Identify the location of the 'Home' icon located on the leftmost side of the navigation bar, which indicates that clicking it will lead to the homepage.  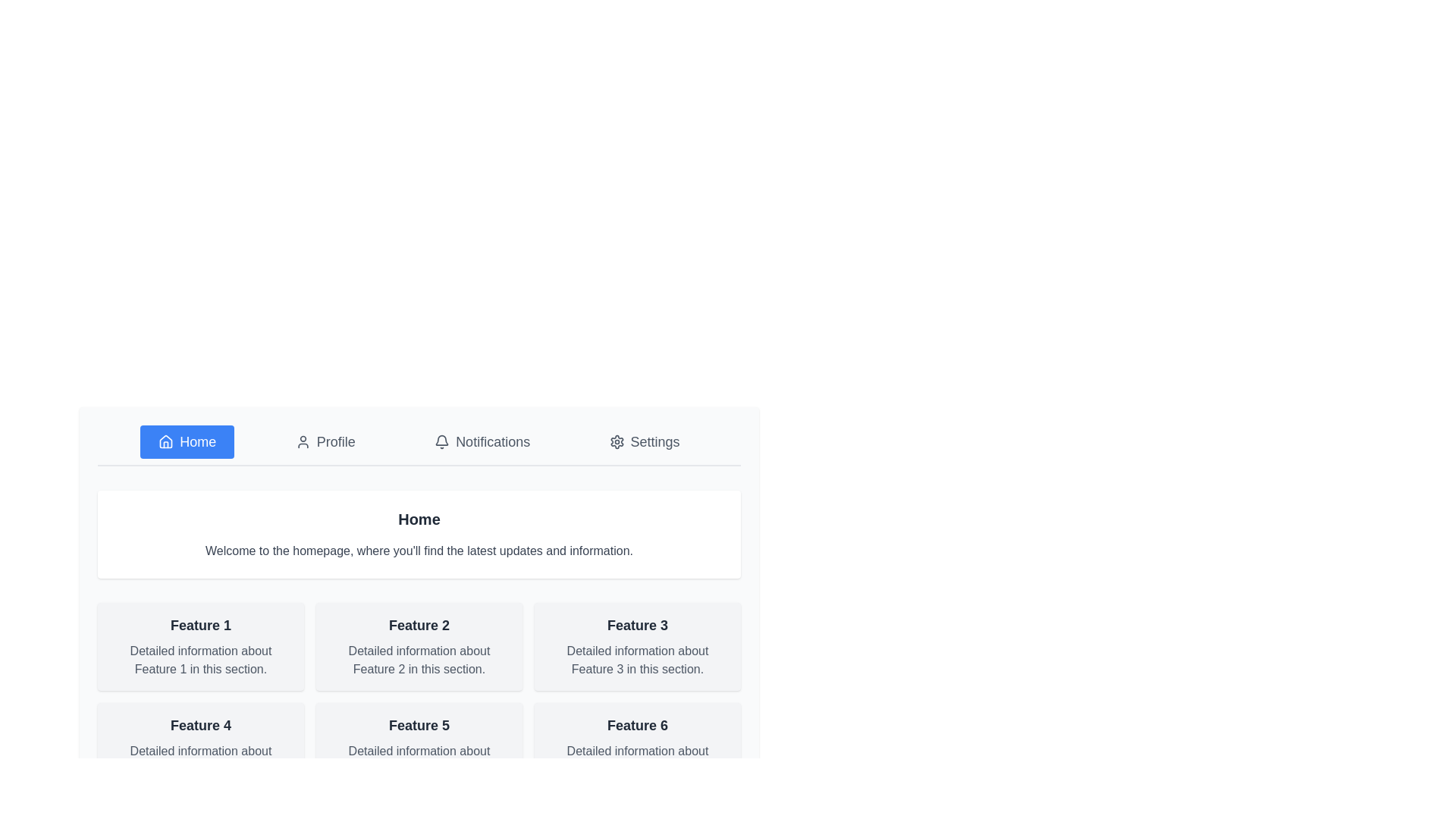
(166, 441).